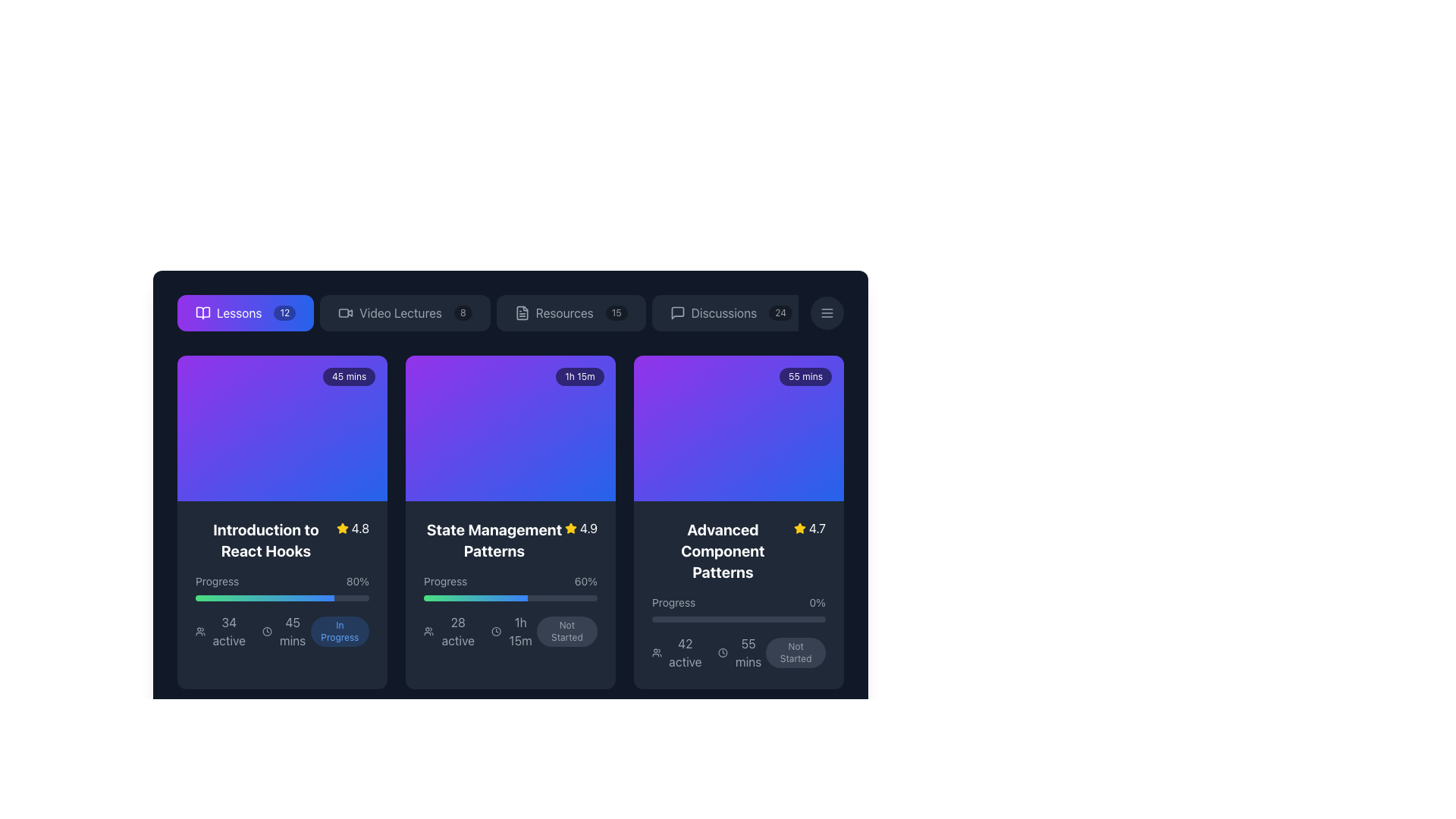  What do you see at coordinates (229, 598) in the screenshot?
I see `progress` at bounding box center [229, 598].